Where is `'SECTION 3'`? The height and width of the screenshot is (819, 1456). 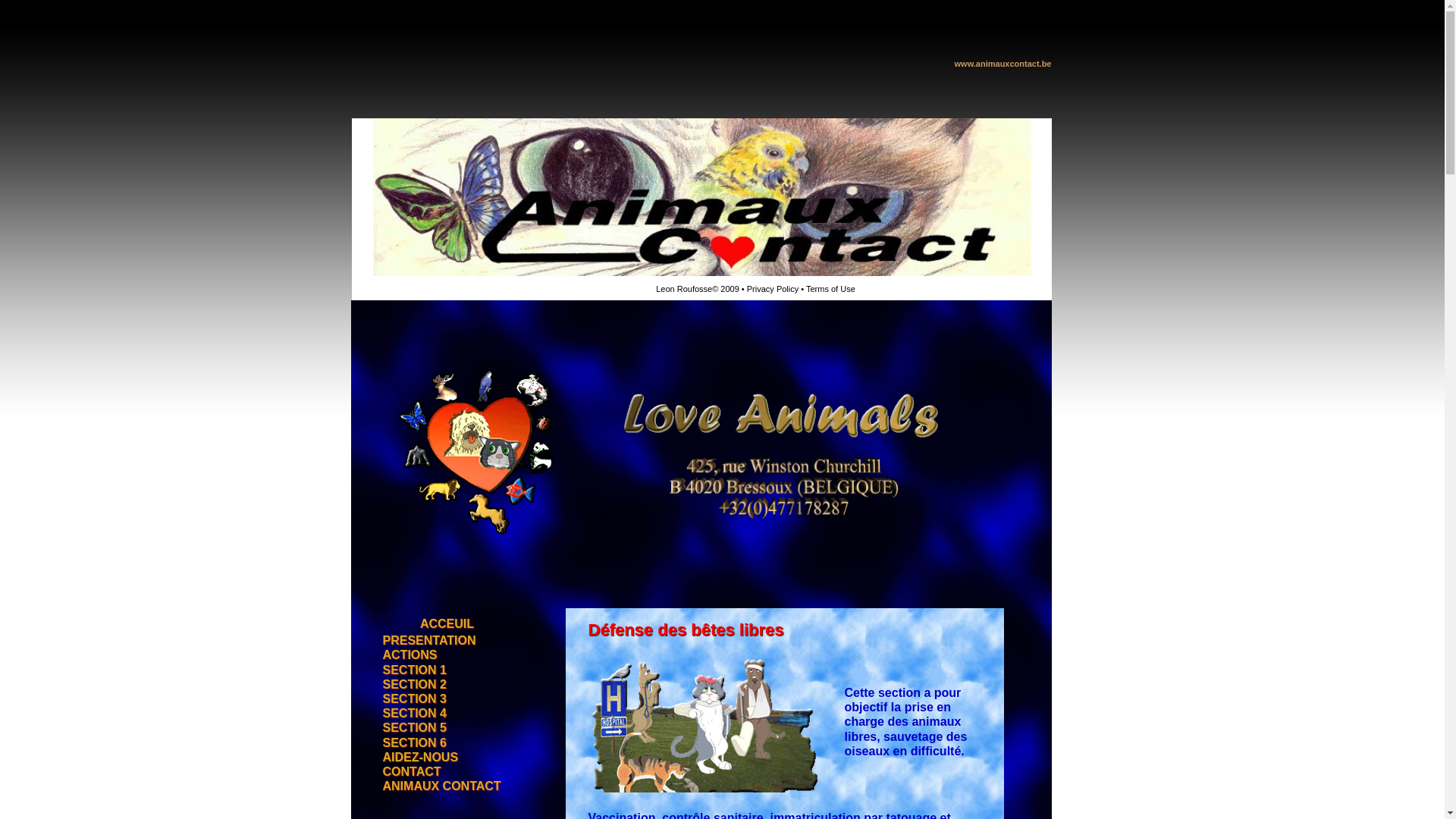 'SECTION 3' is located at coordinates (414, 699).